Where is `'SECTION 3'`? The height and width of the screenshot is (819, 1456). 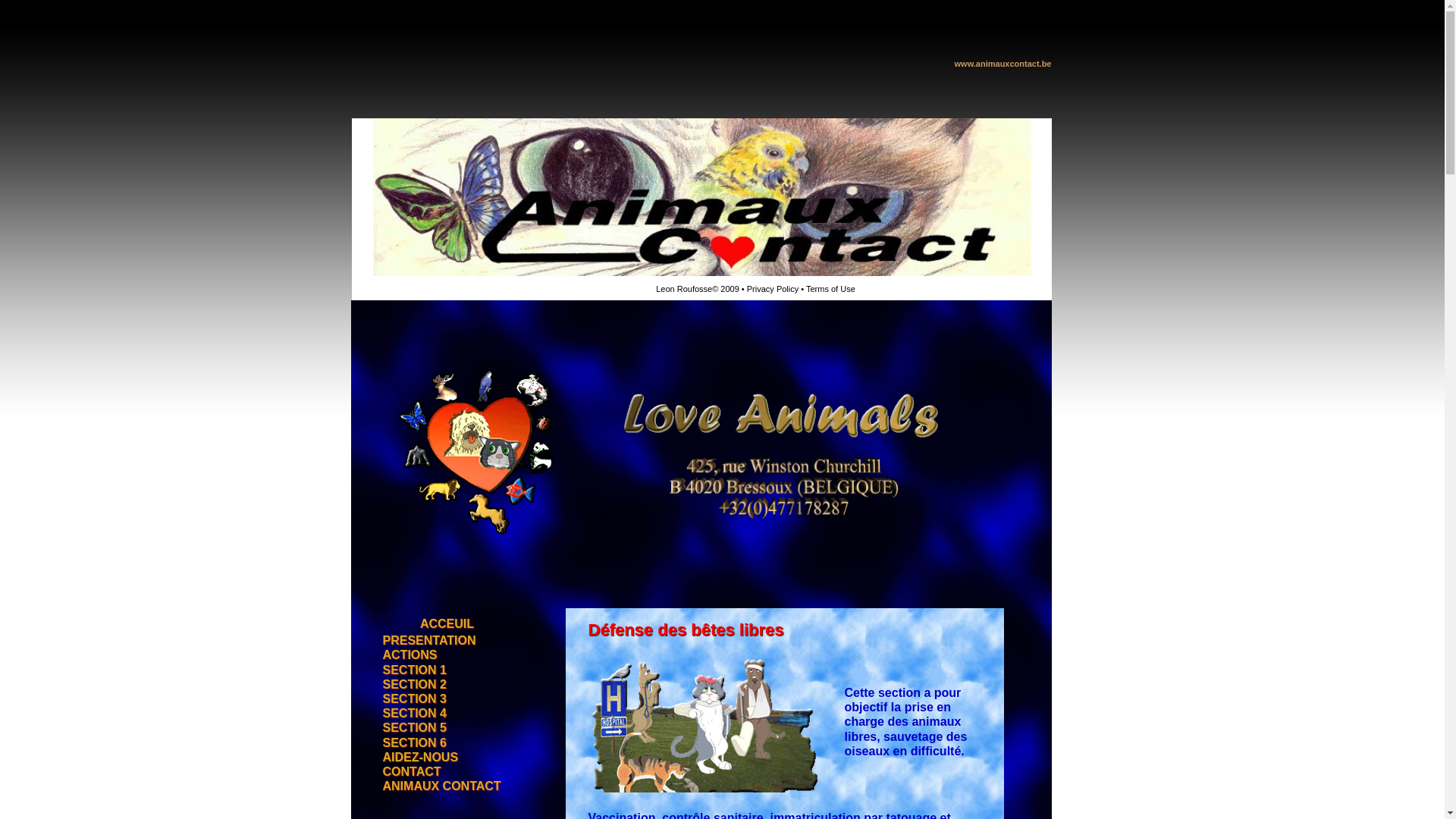 'SECTION 3' is located at coordinates (414, 699).